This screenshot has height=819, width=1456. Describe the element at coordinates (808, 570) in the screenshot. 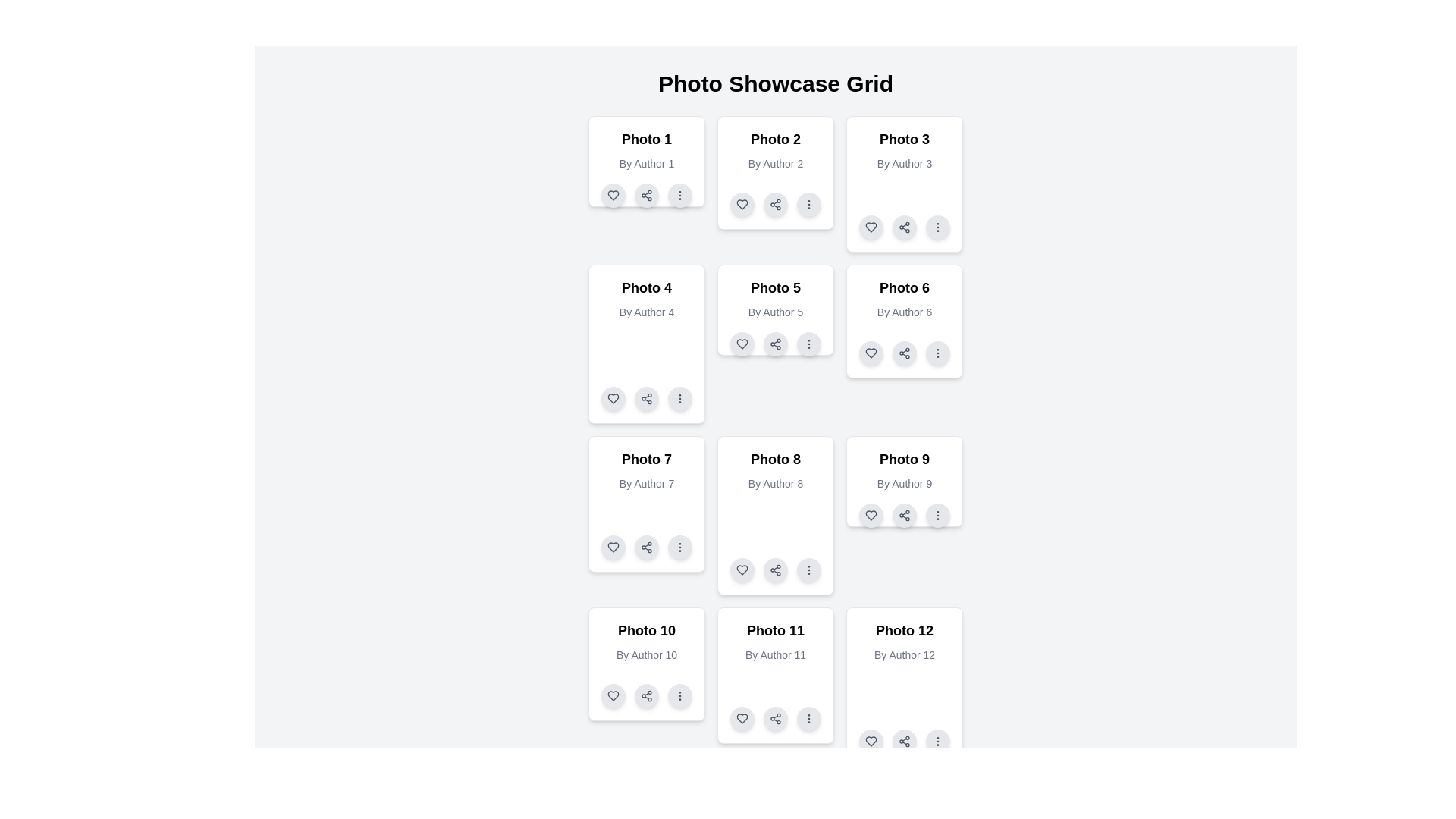

I see `the button located in the bottom-right of the 'Photo 8' card by 'Author 8'` at that location.